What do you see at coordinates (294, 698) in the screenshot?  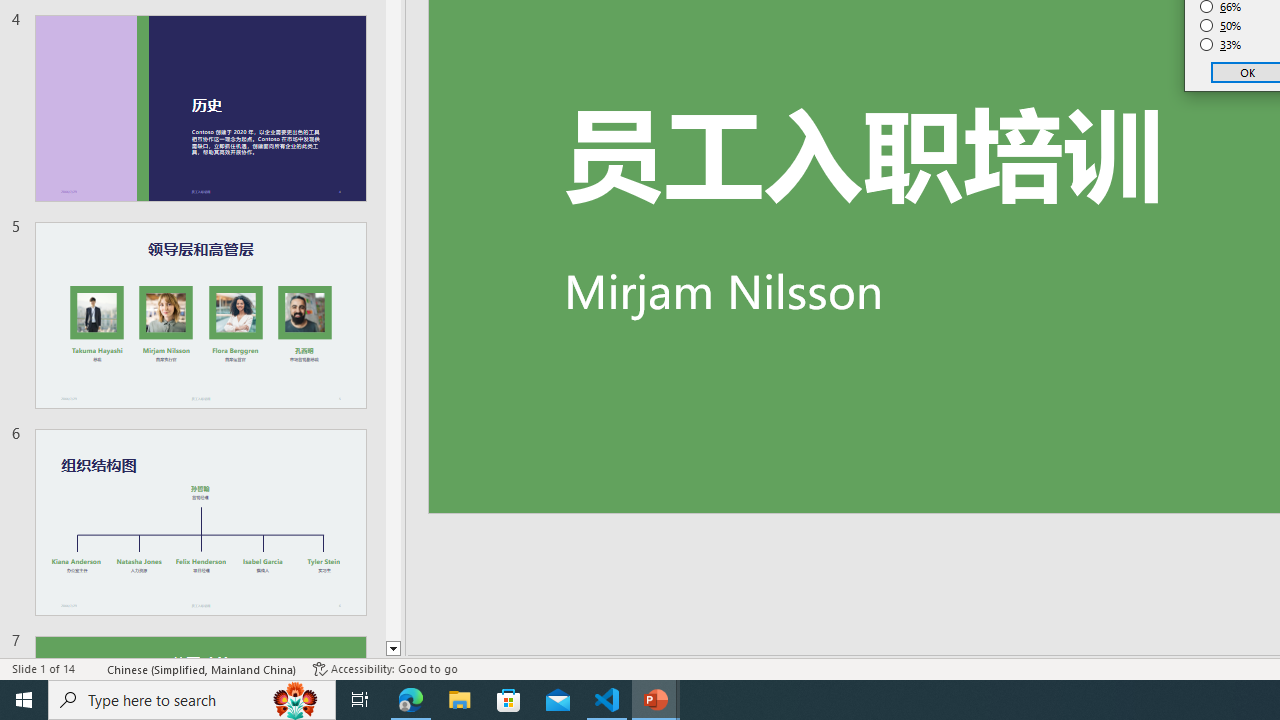 I see `'Search highlights icon opens search home window'` at bounding box center [294, 698].